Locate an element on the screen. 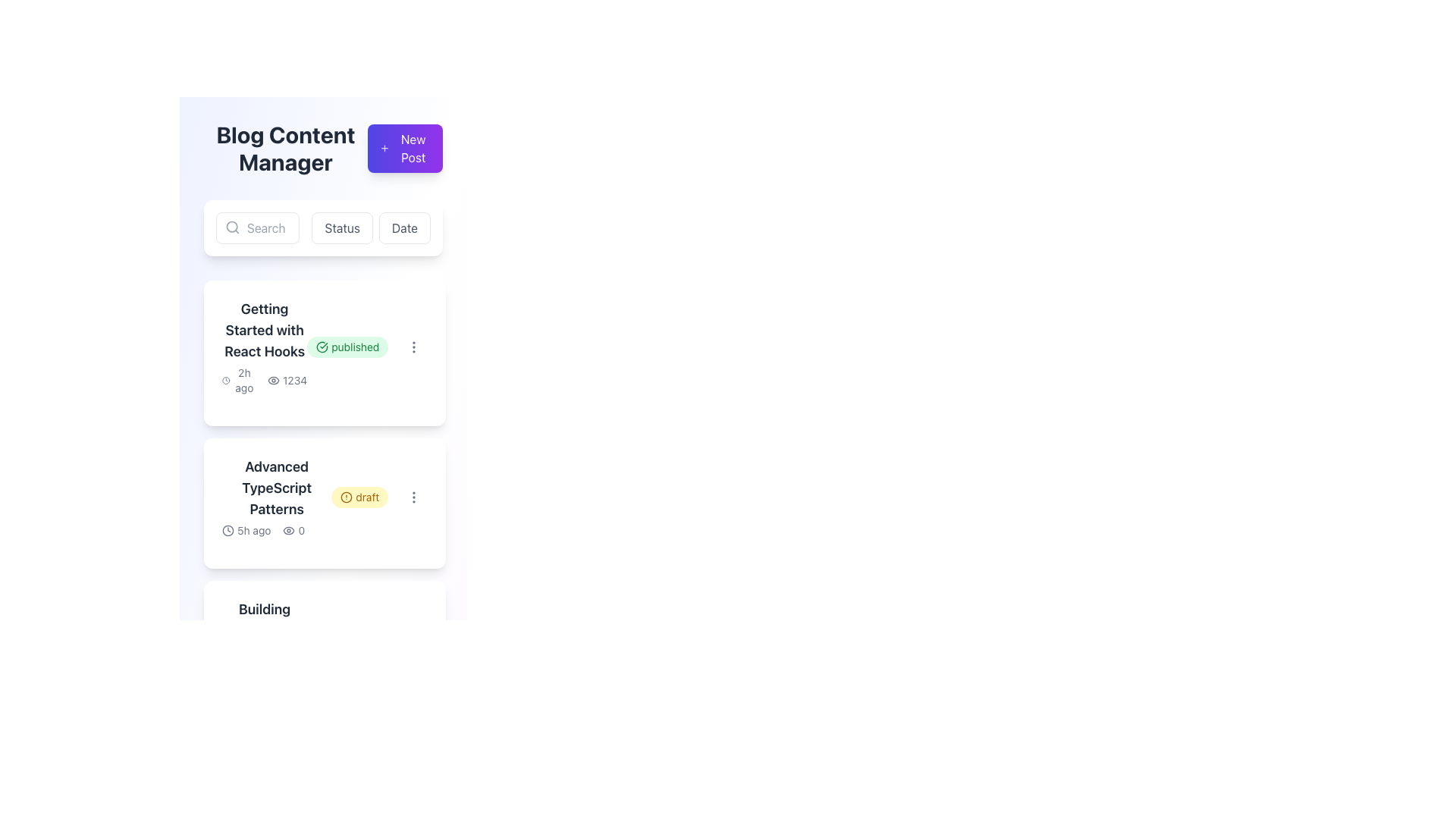  the date filter button located to the right of the 'Status' button is located at coordinates (404, 227).